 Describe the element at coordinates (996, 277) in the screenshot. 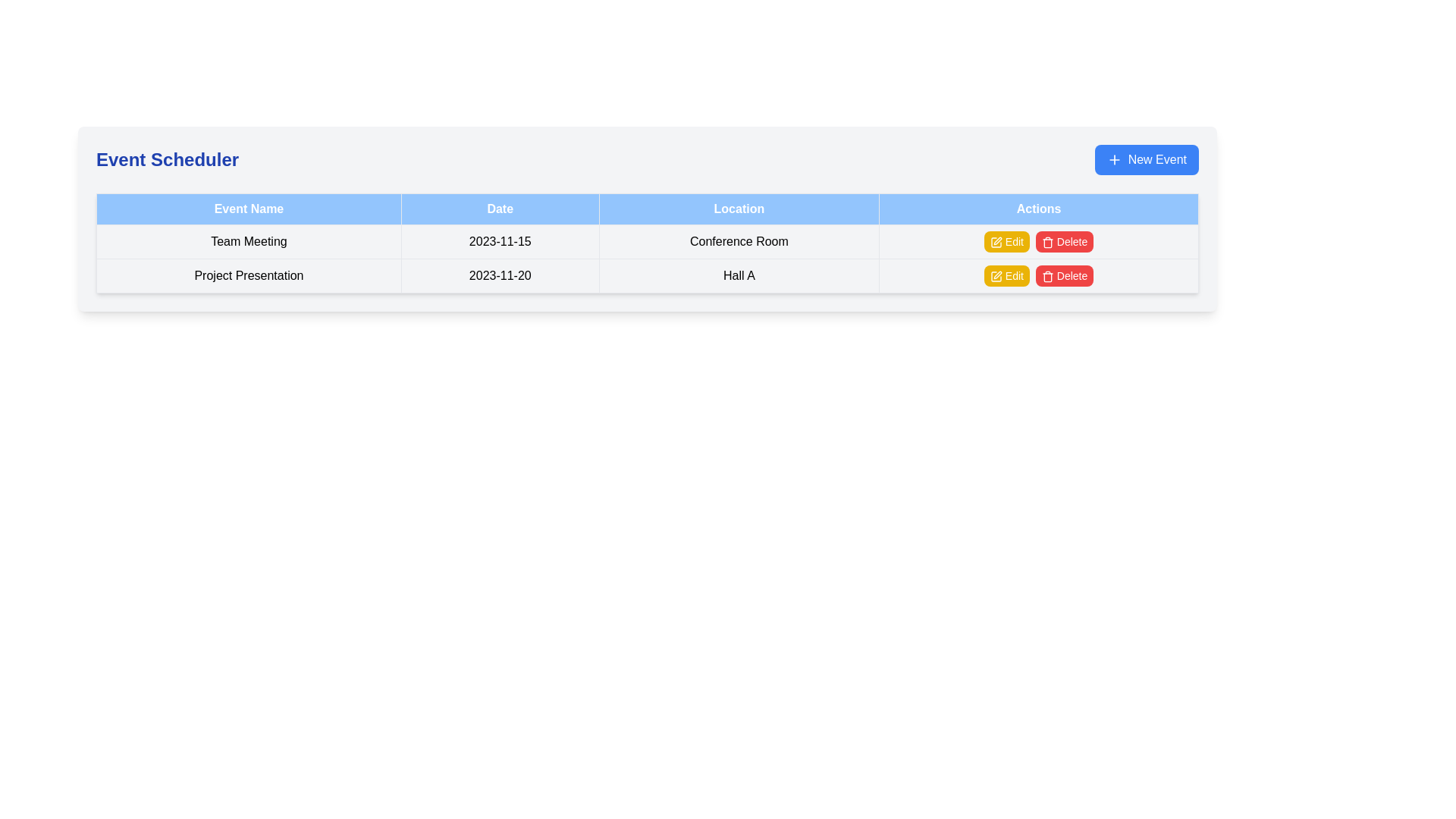

I see `the yellow 'Edit' button containing the pen icon in the 'Actions' column of the second row` at that location.